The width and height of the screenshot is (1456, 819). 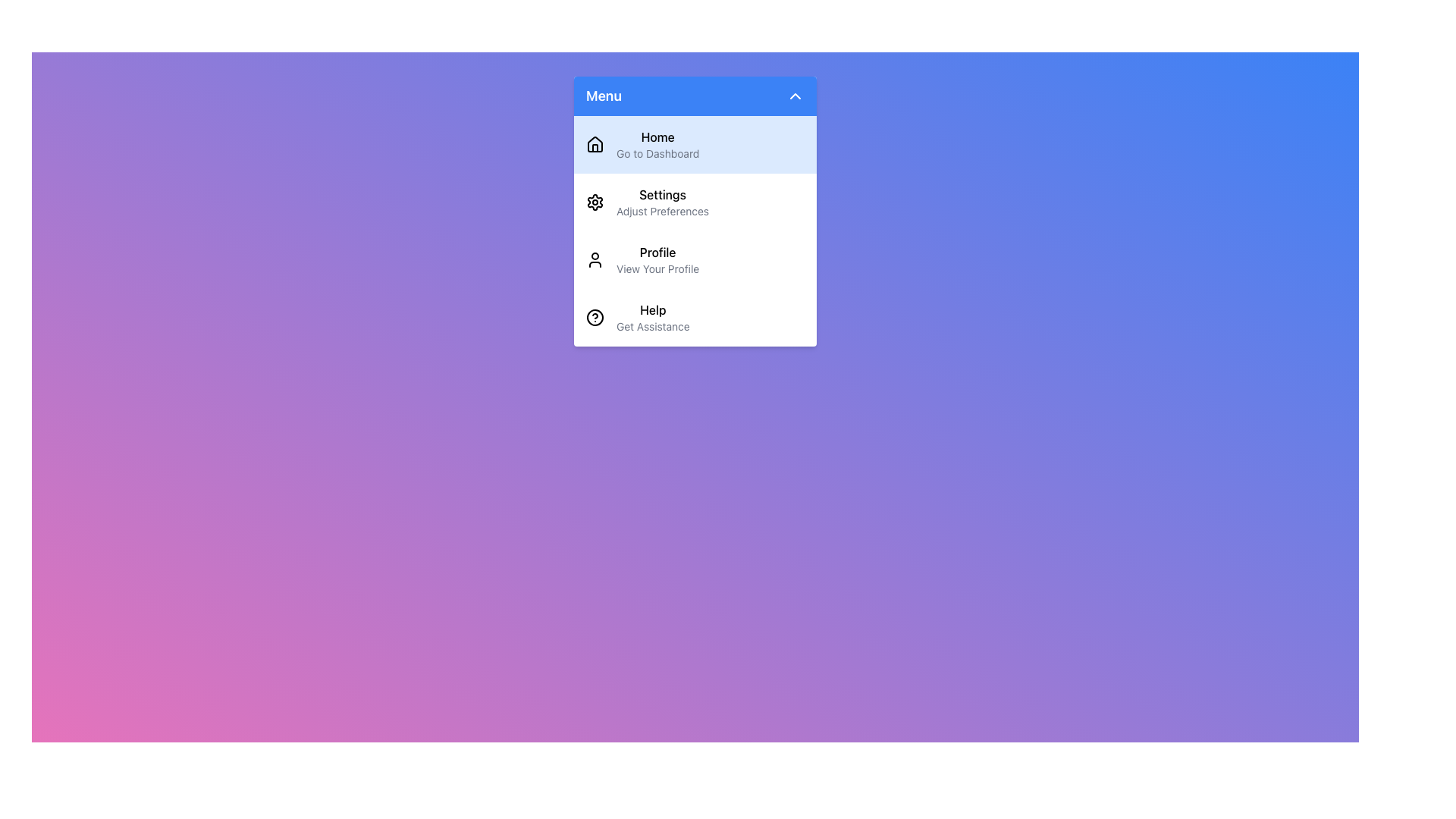 I want to click on the user profile icon, which is the first graphical icon in the menu item located to the left of the text 'Profile' in the third option of the vertical menu, so click(x=595, y=259).